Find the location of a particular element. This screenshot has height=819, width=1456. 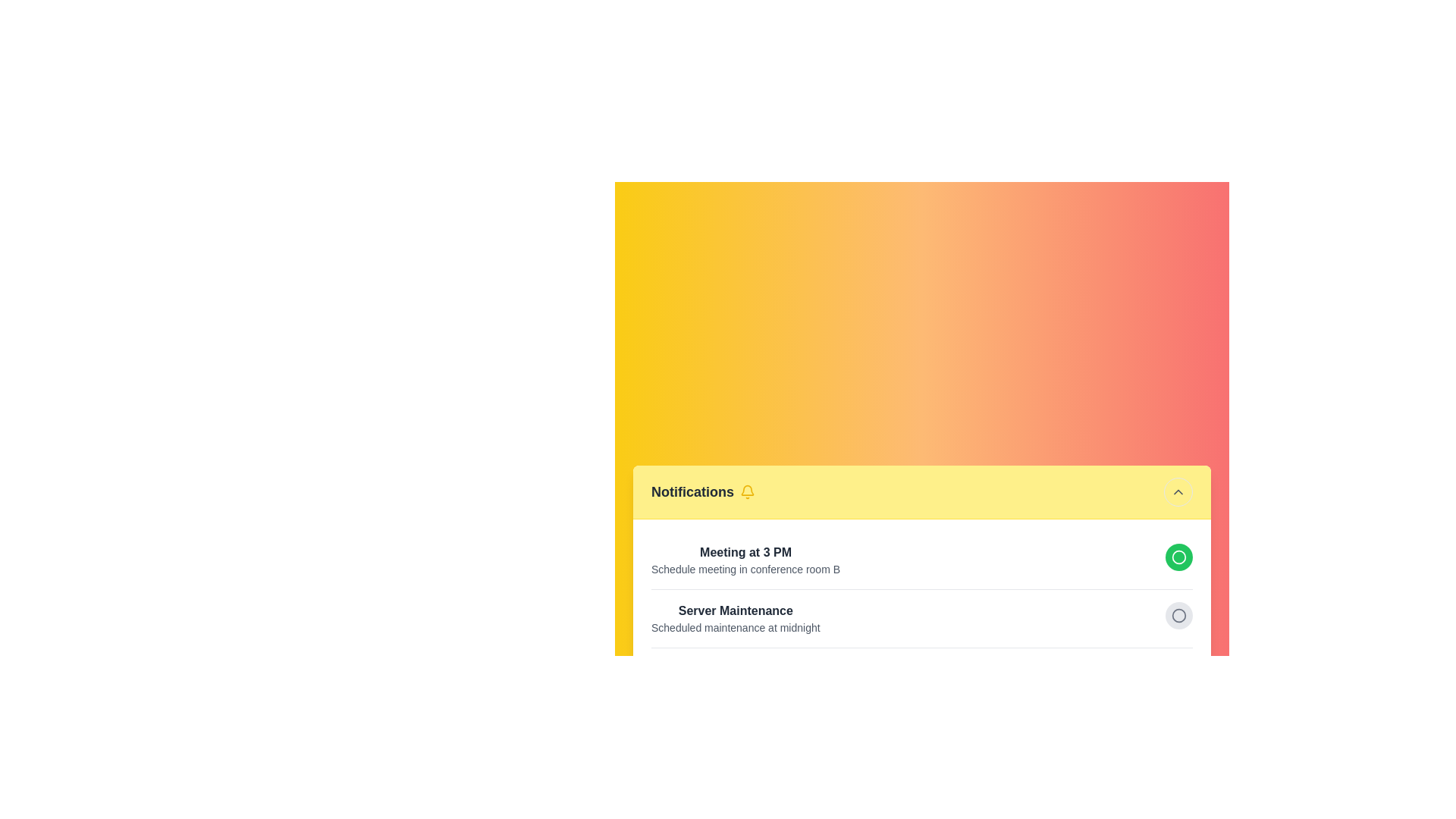

the notification icon located to the right of the 'Notifications' text, which serves as a visual cue for notification-related features is located at coordinates (747, 491).